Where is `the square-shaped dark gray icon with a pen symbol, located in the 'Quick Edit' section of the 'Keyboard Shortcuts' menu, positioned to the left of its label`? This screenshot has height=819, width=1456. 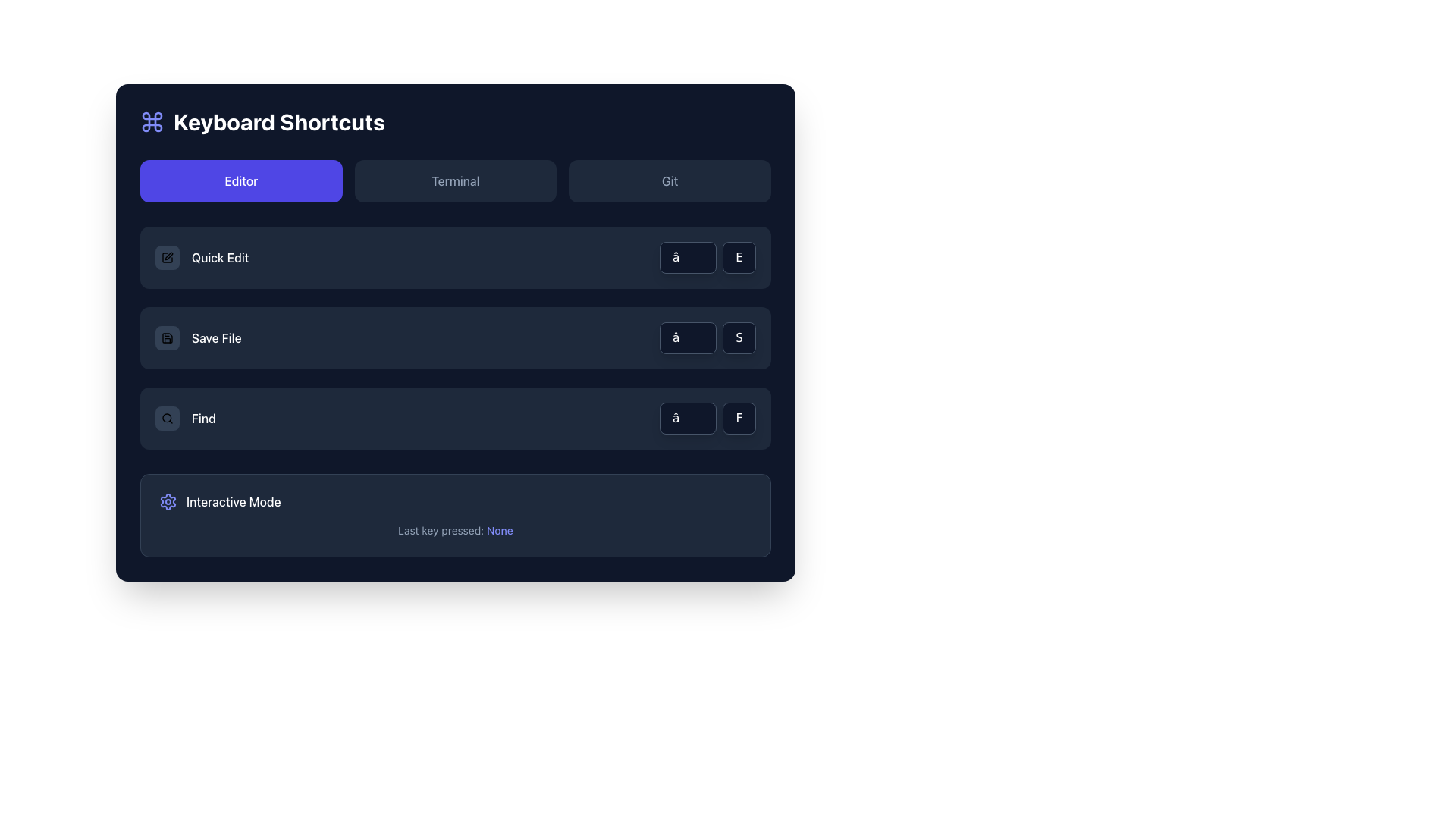
the square-shaped dark gray icon with a pen symbol, located in the 'Quick Edit' section of the 'Keyboard Shortcuts' menu, positioned to the left of its label is located at coordinates (167, 256).